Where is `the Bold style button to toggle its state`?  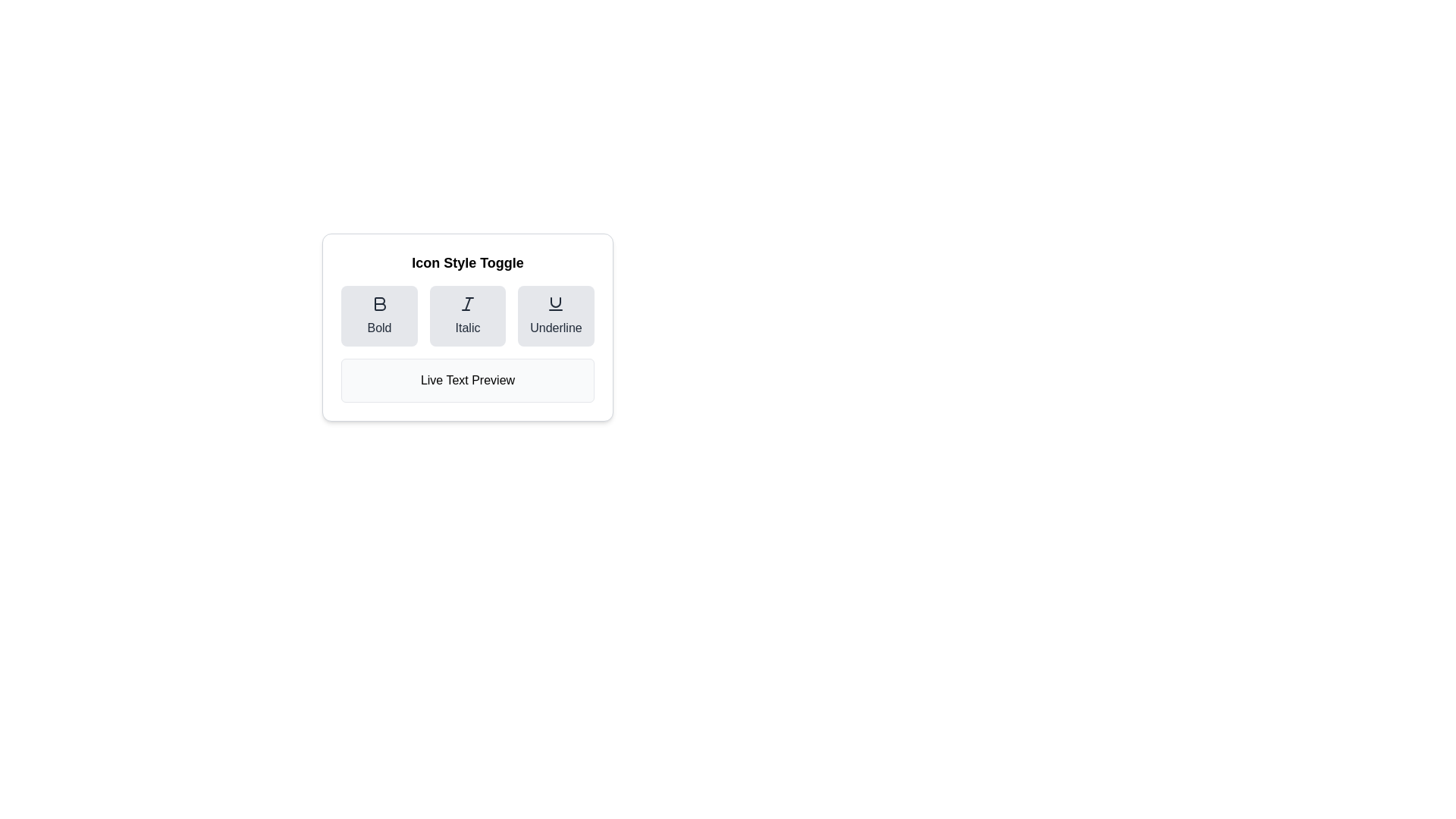 the Bold style button to toggle its state is located at coordinates (378, 315).